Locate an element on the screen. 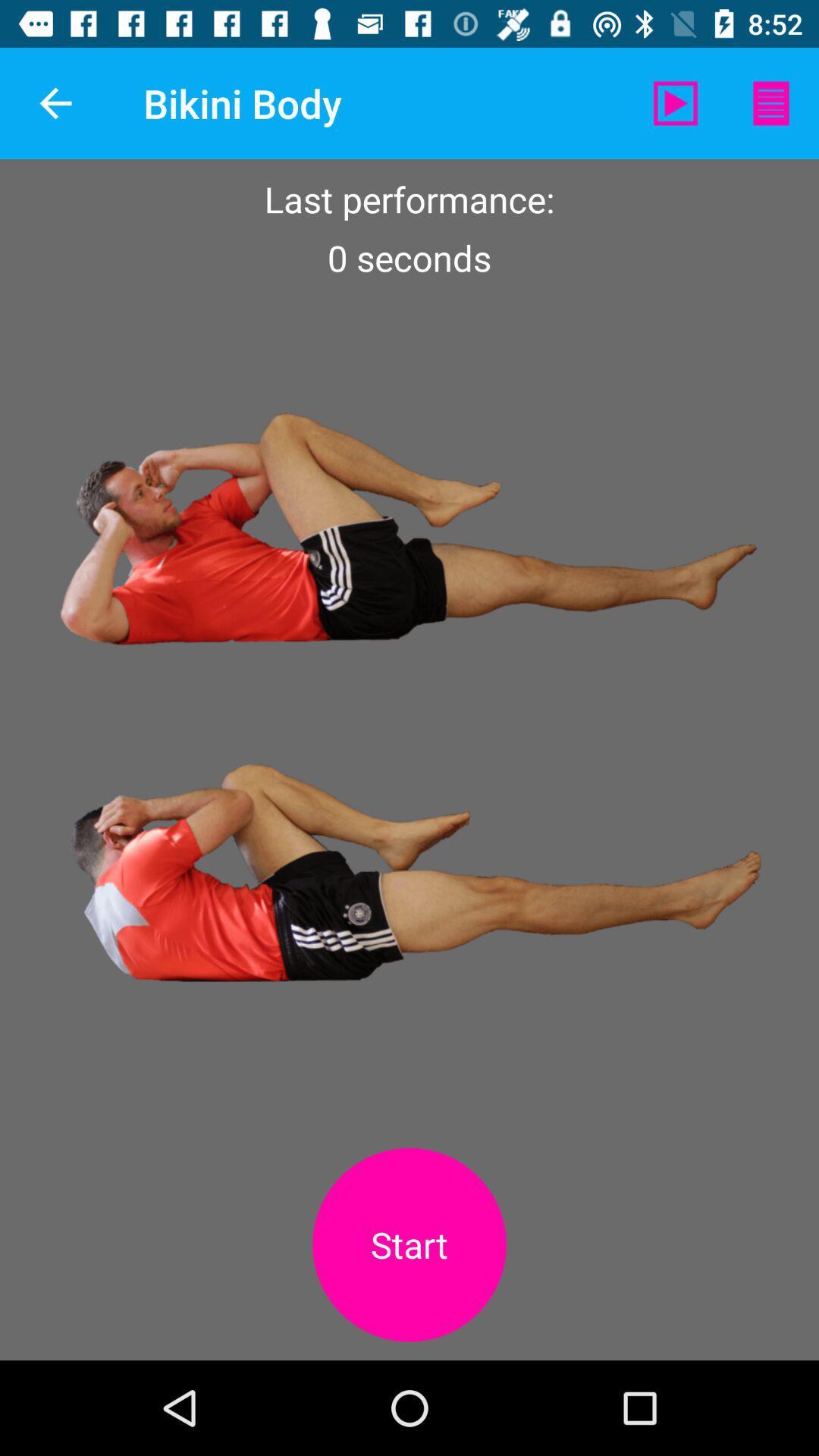  the item to the right of the bikini body is located at coordinates (675, 102).